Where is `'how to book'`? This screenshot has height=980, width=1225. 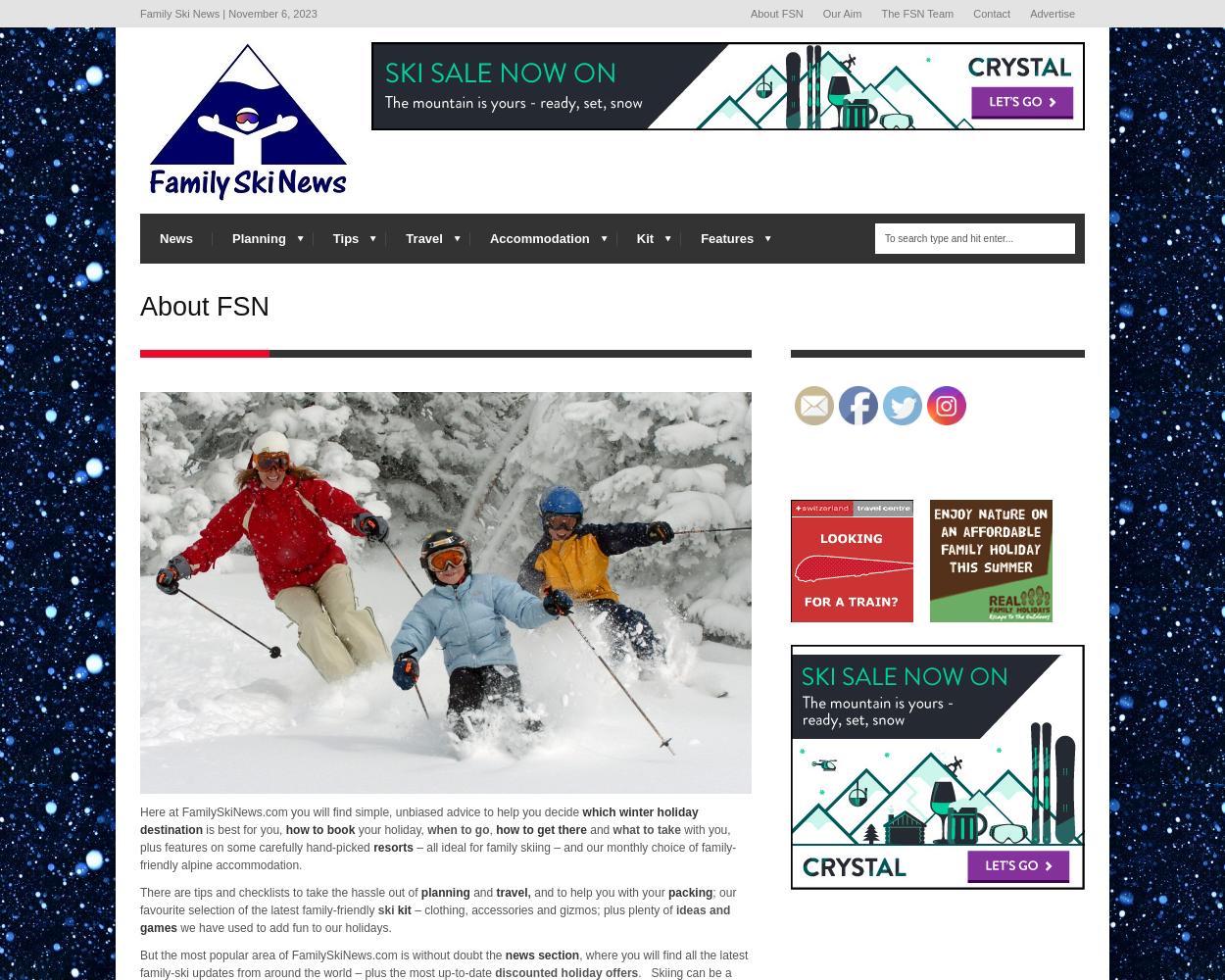 'how to book' is located at coordinates (318, 828).